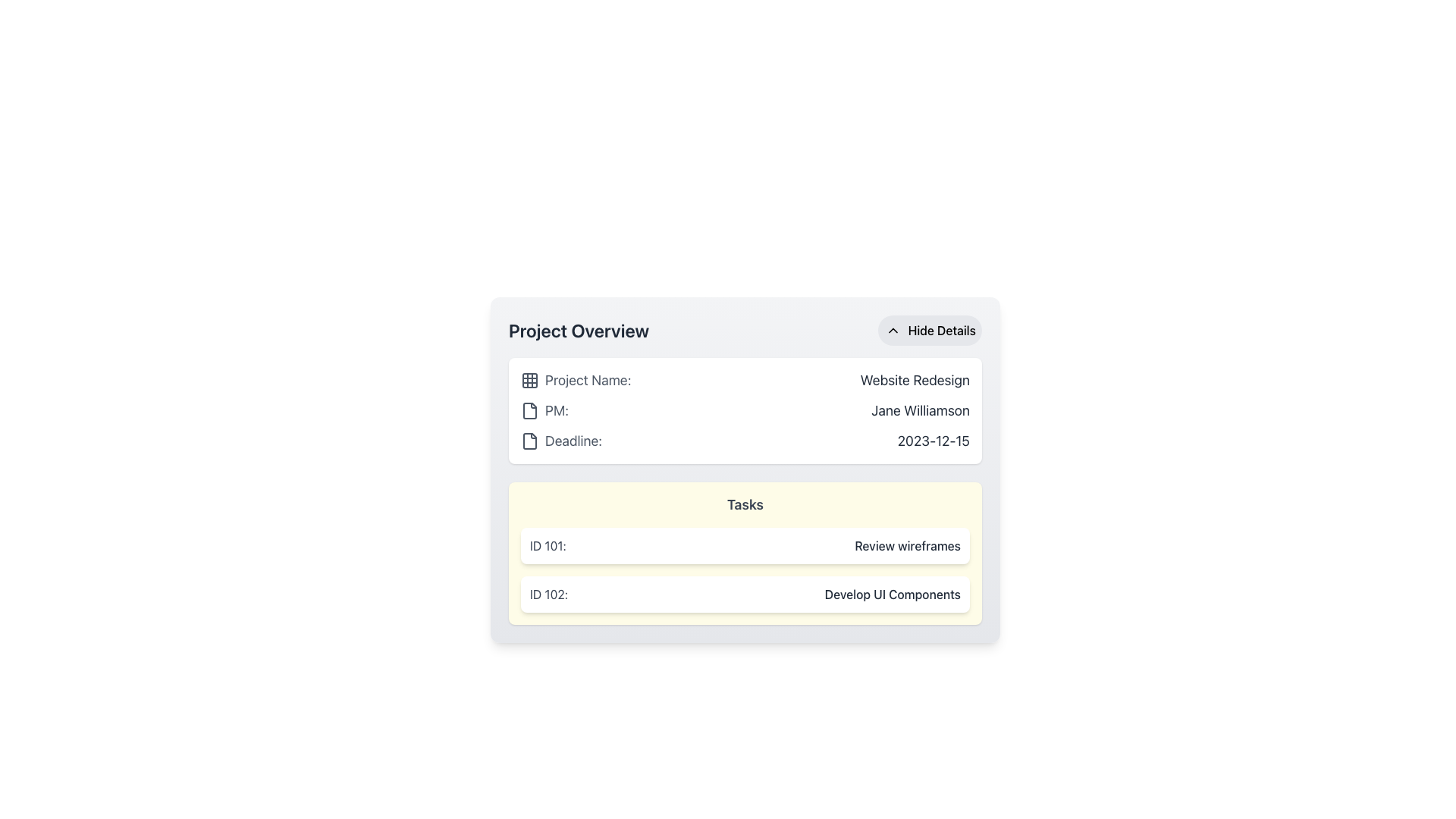  I want to click on the static text label displaying 'PM:', which is located in the middle section of the interface and aligned with other descriptive labels, so click(556, 411).